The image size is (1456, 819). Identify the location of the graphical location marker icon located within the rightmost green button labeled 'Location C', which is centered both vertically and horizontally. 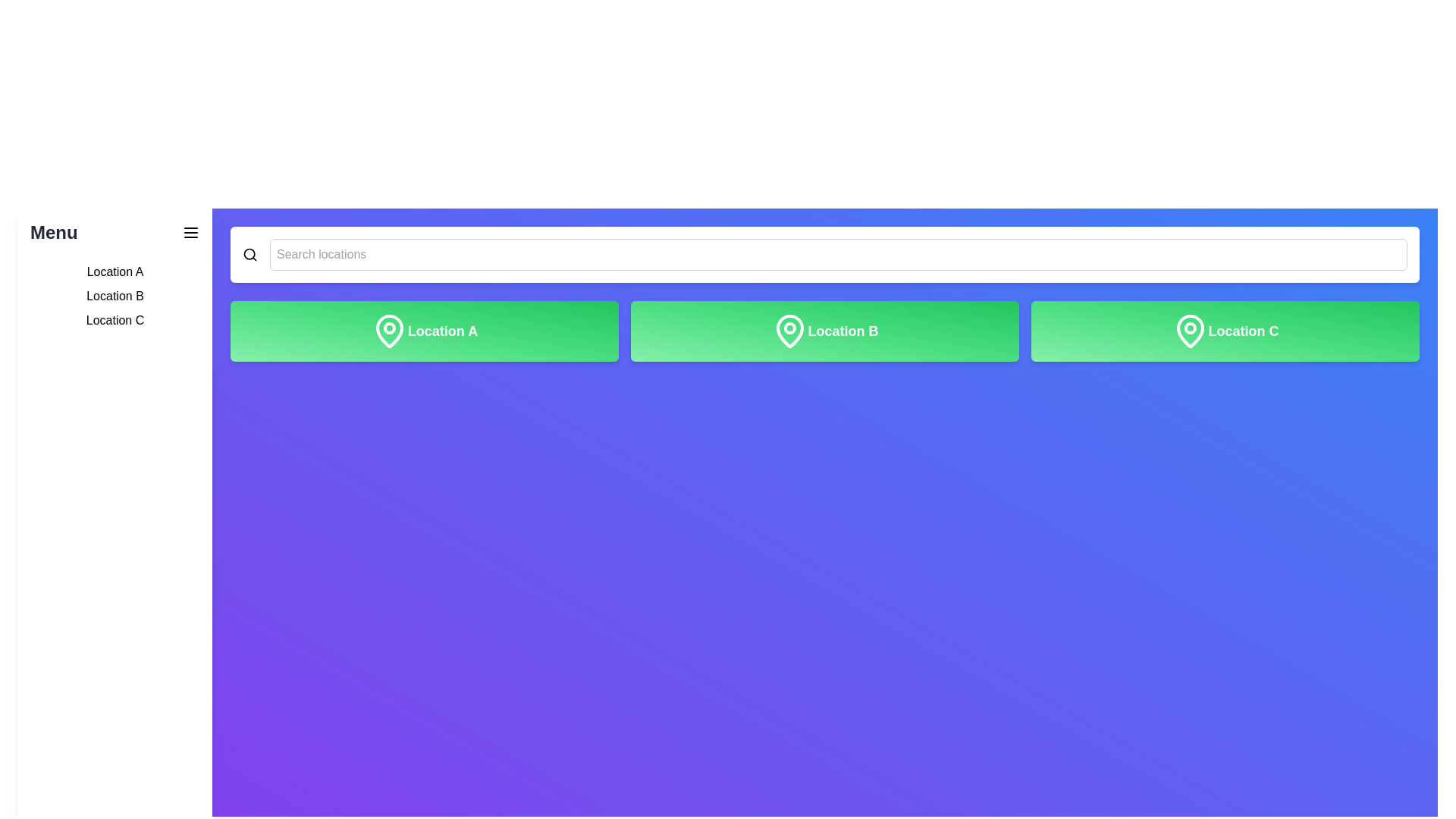
(1189, 330).